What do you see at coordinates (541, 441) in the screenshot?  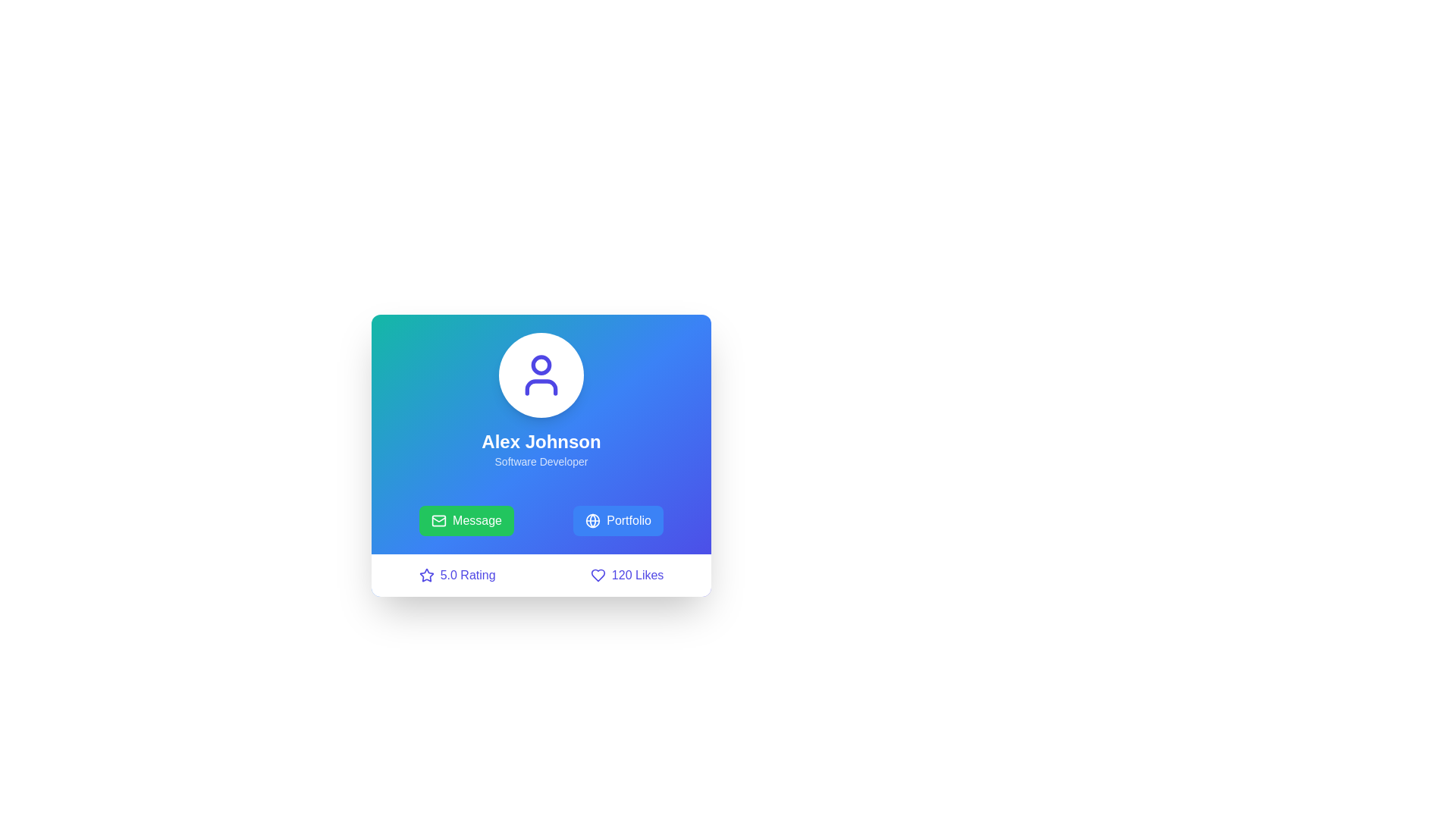 I see `the bold text label displaying 'Alex Johnson' that is centrally located beneath the user profile icon and above the designation 'Software Developer'` at bounding box center [541, 441].